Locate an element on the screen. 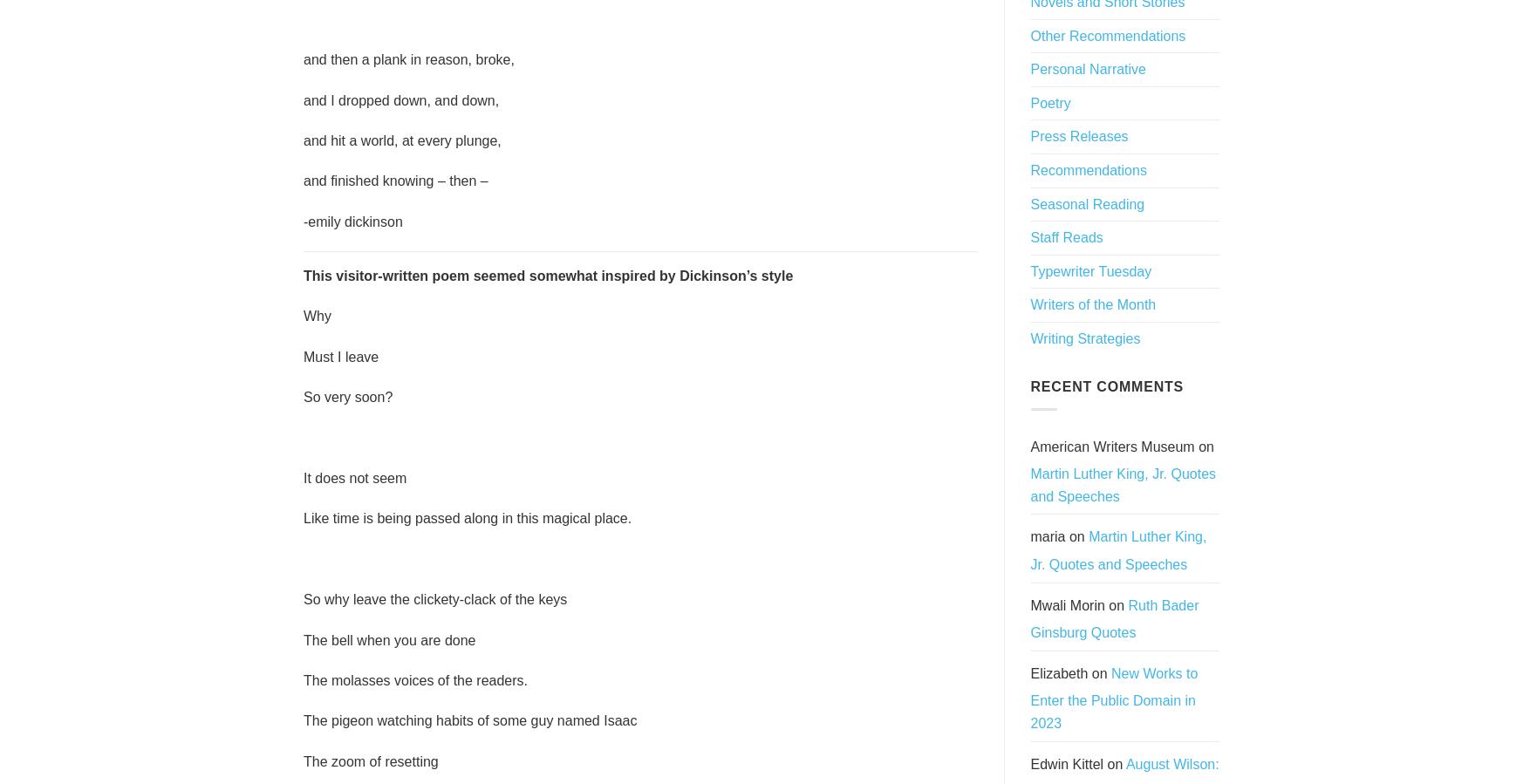 The image size is (1523, 784). 'and finished knowing – then –' is located at coordinates (395, 181).